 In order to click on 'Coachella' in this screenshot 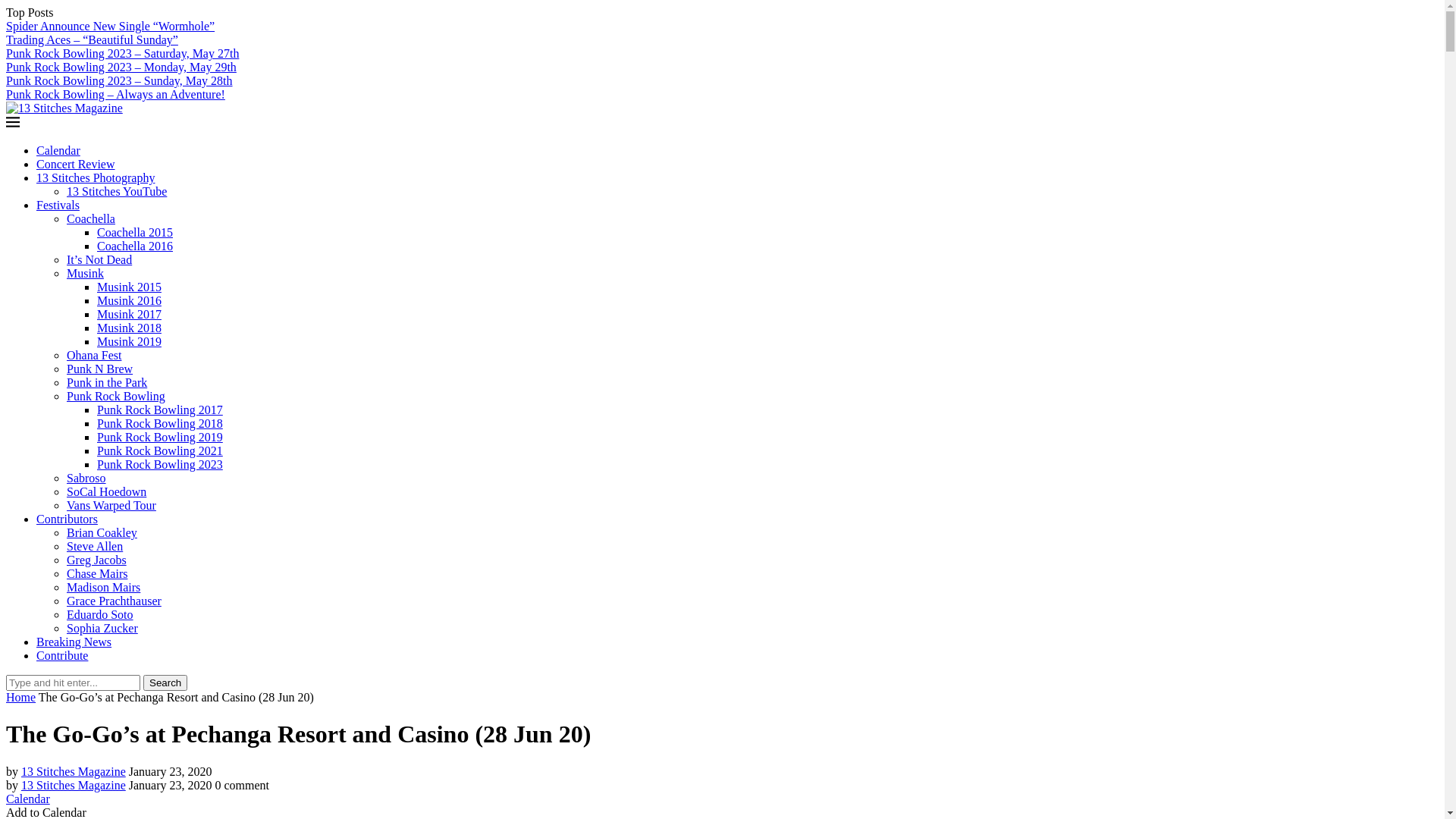, I will do `click(90, 218)`.